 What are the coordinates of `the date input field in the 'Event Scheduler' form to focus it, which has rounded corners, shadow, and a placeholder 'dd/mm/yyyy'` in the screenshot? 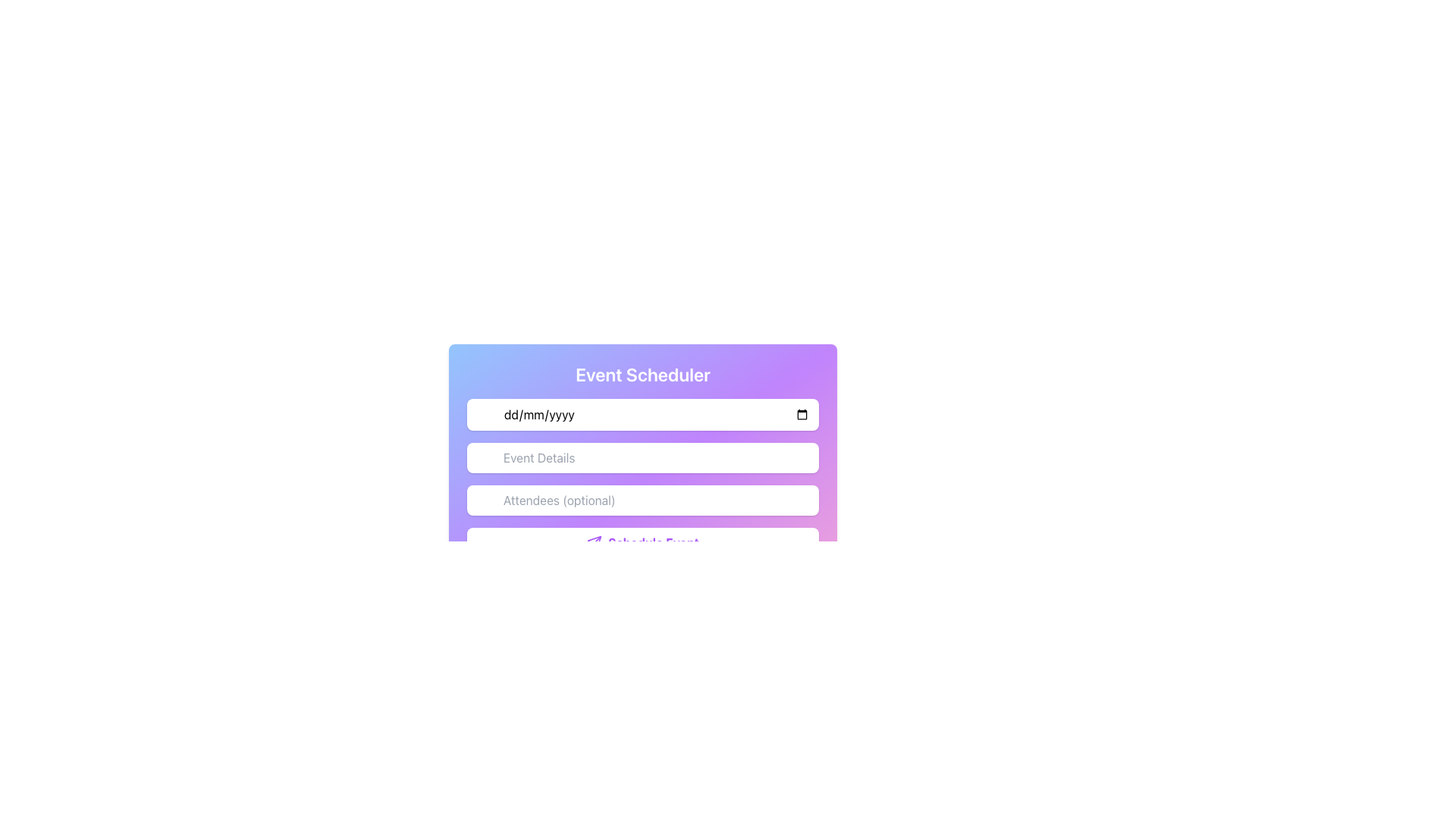 It's located at (643, 415).